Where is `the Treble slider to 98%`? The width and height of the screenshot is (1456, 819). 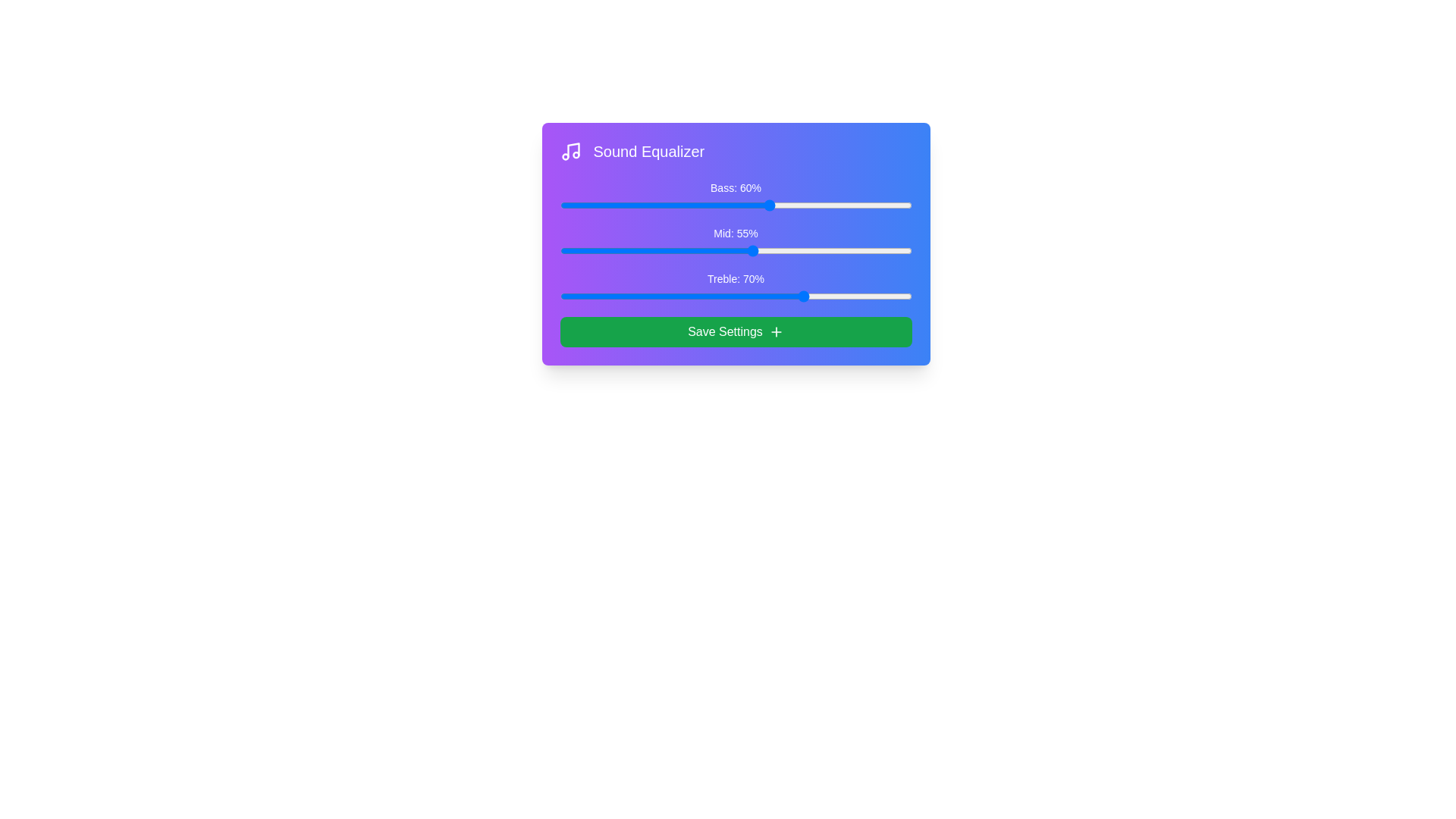
the Treble slider to 98% is located at coordinates (905, 296).